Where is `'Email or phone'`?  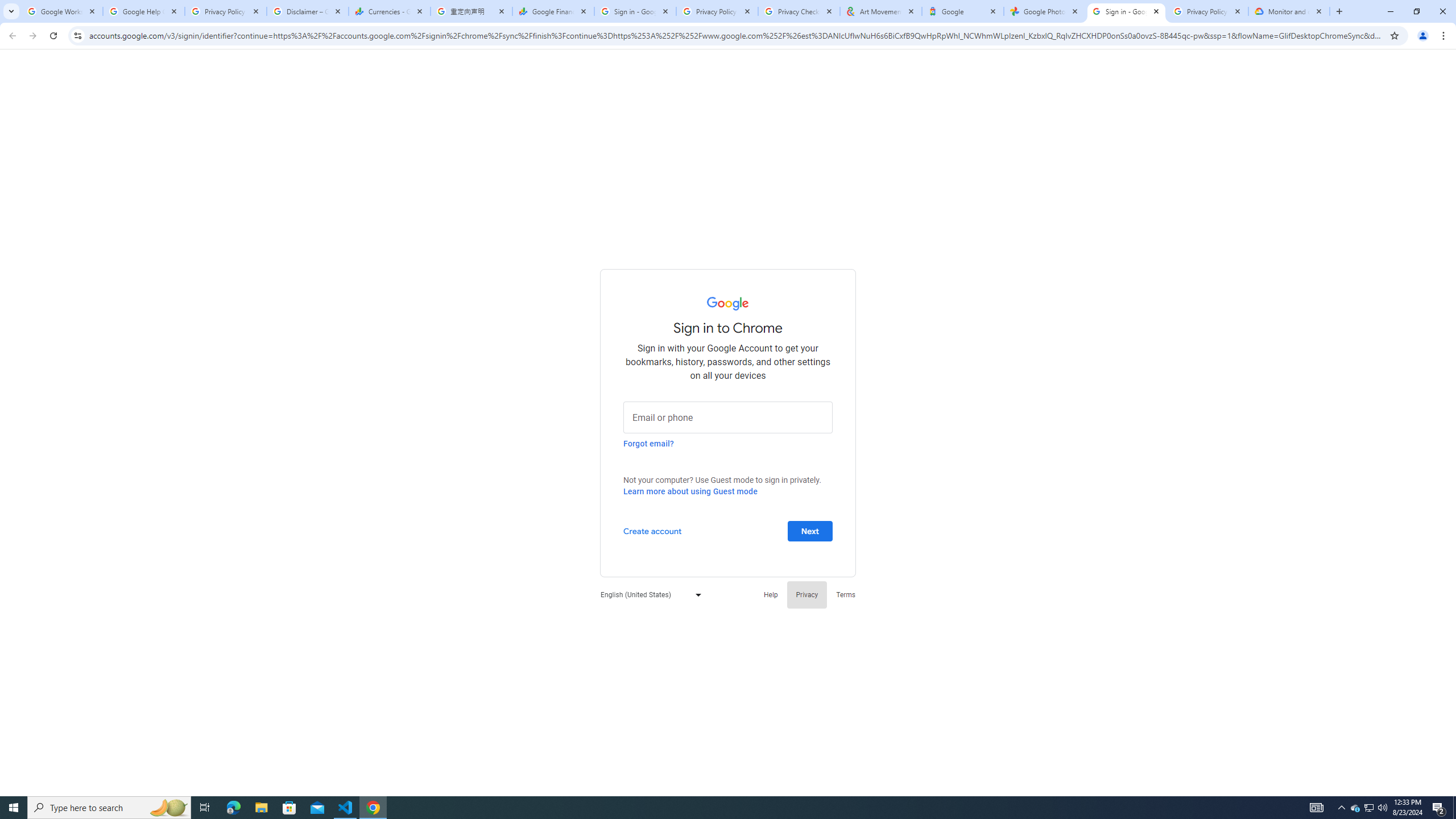
'Email or phone' is located at coordinates (728, 416).